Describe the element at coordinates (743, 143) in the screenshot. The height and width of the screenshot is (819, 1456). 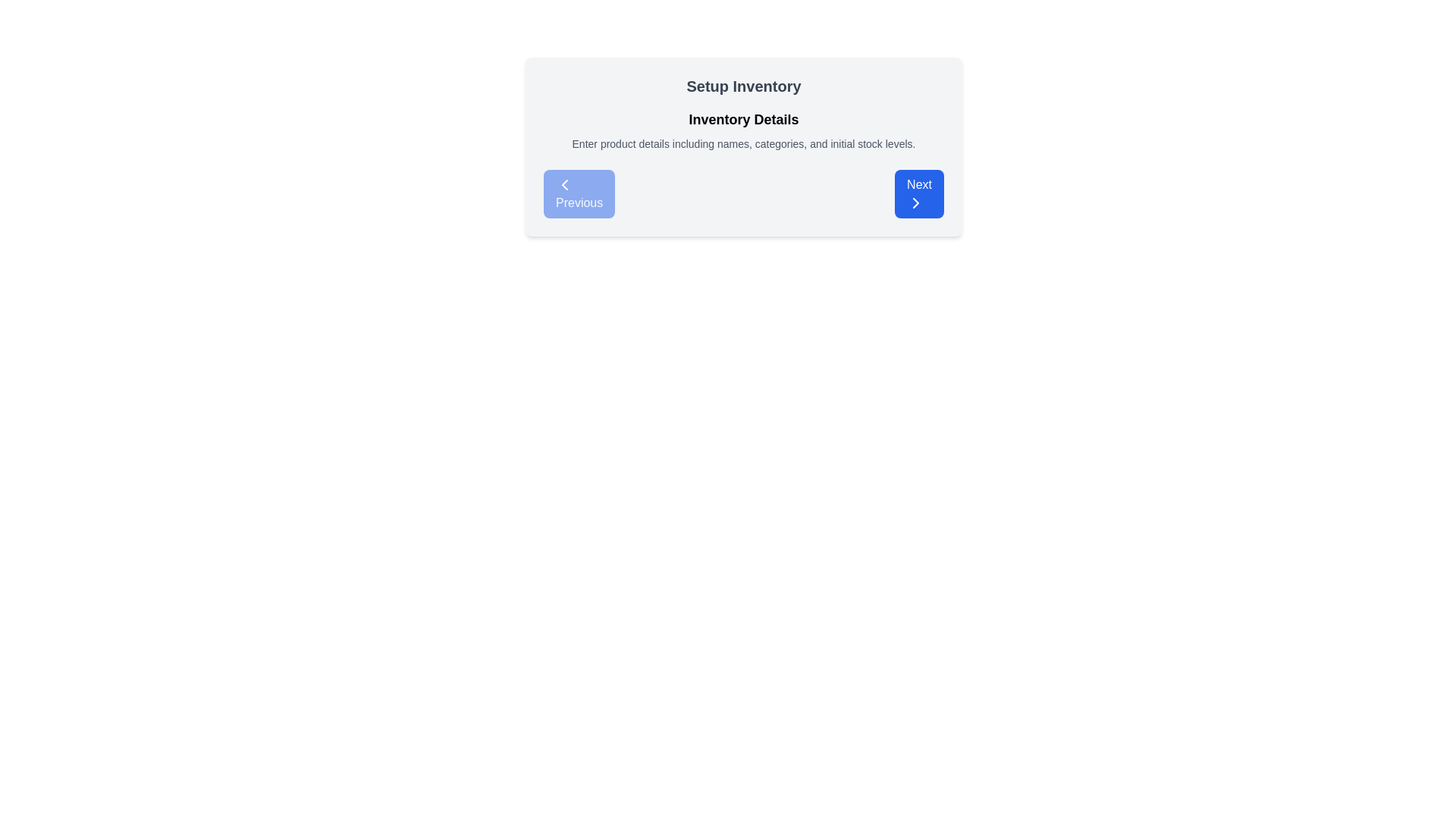
I see `the Informational Text element located below the 'Inventory Details' heading and above the 'Previous' and 'Next' buttons` at that location.